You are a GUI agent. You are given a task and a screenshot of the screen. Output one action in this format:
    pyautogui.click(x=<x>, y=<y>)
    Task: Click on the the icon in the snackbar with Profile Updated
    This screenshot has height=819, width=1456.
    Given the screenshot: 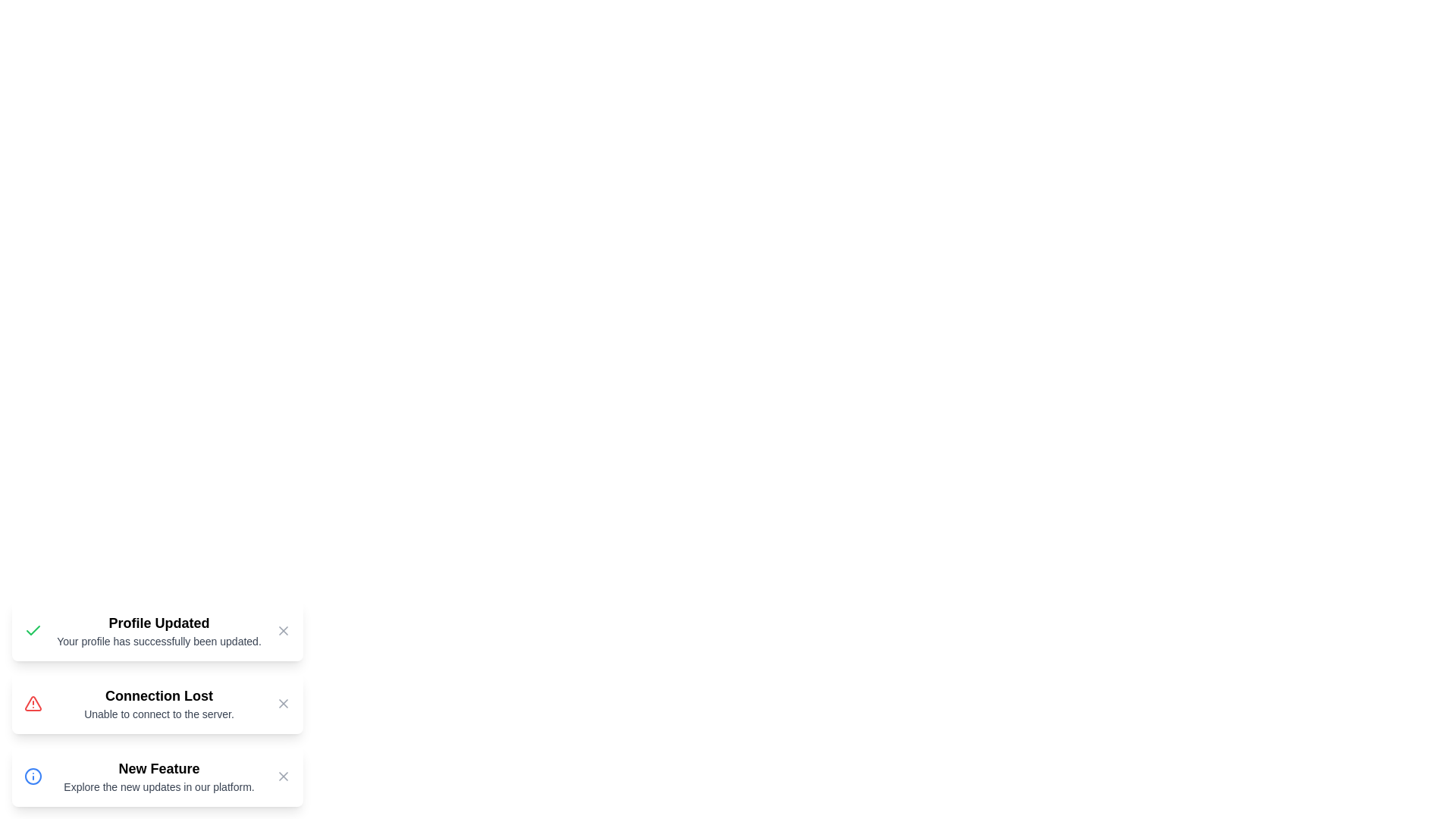 What is the action you would take?
    pyautogui.click(x=33, y=631)
    